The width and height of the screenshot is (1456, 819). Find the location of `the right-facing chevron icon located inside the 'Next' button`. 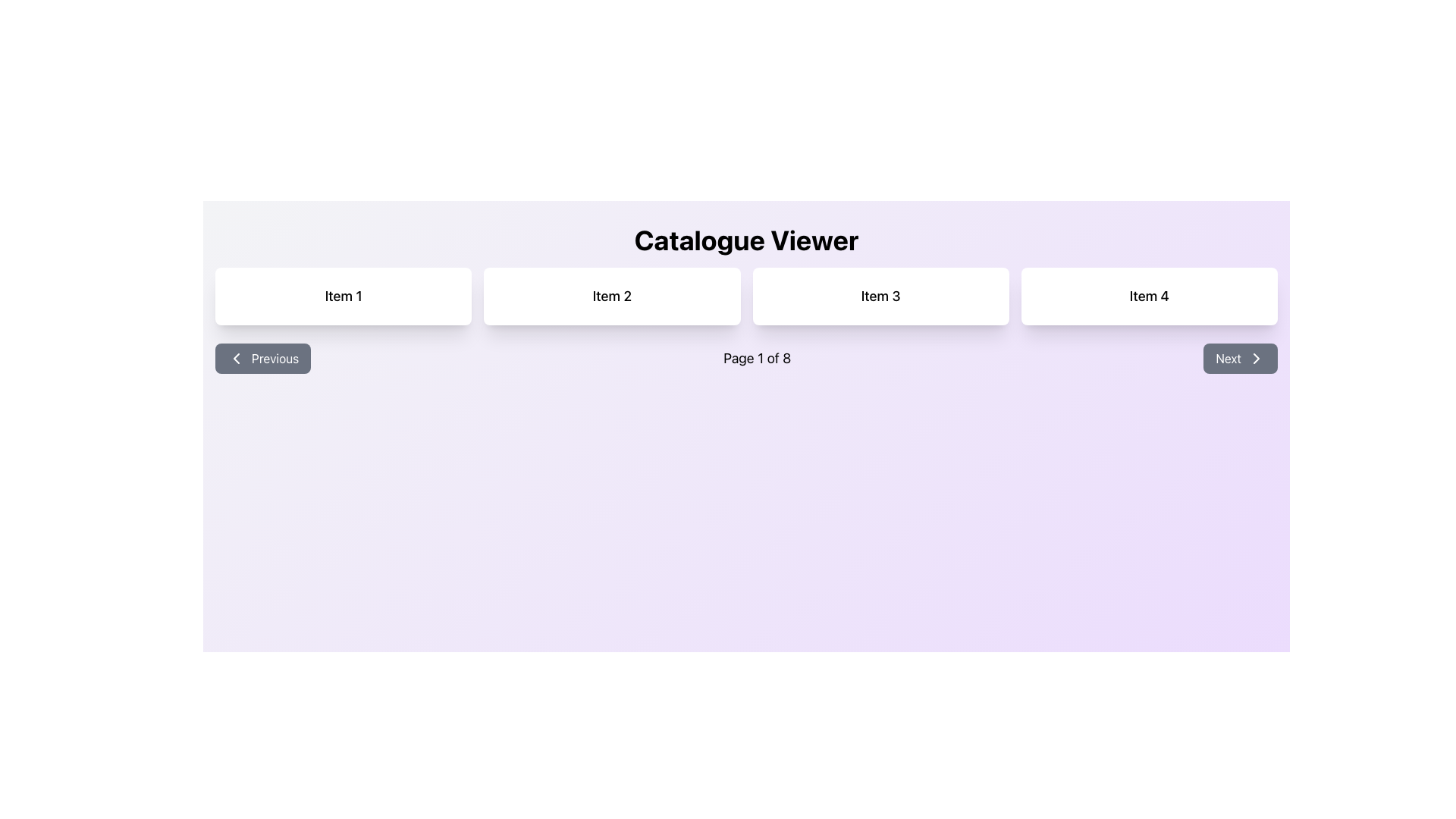

the right-facing chevron icon located inside the 'Next' button is located at coordinates (1256, 359).